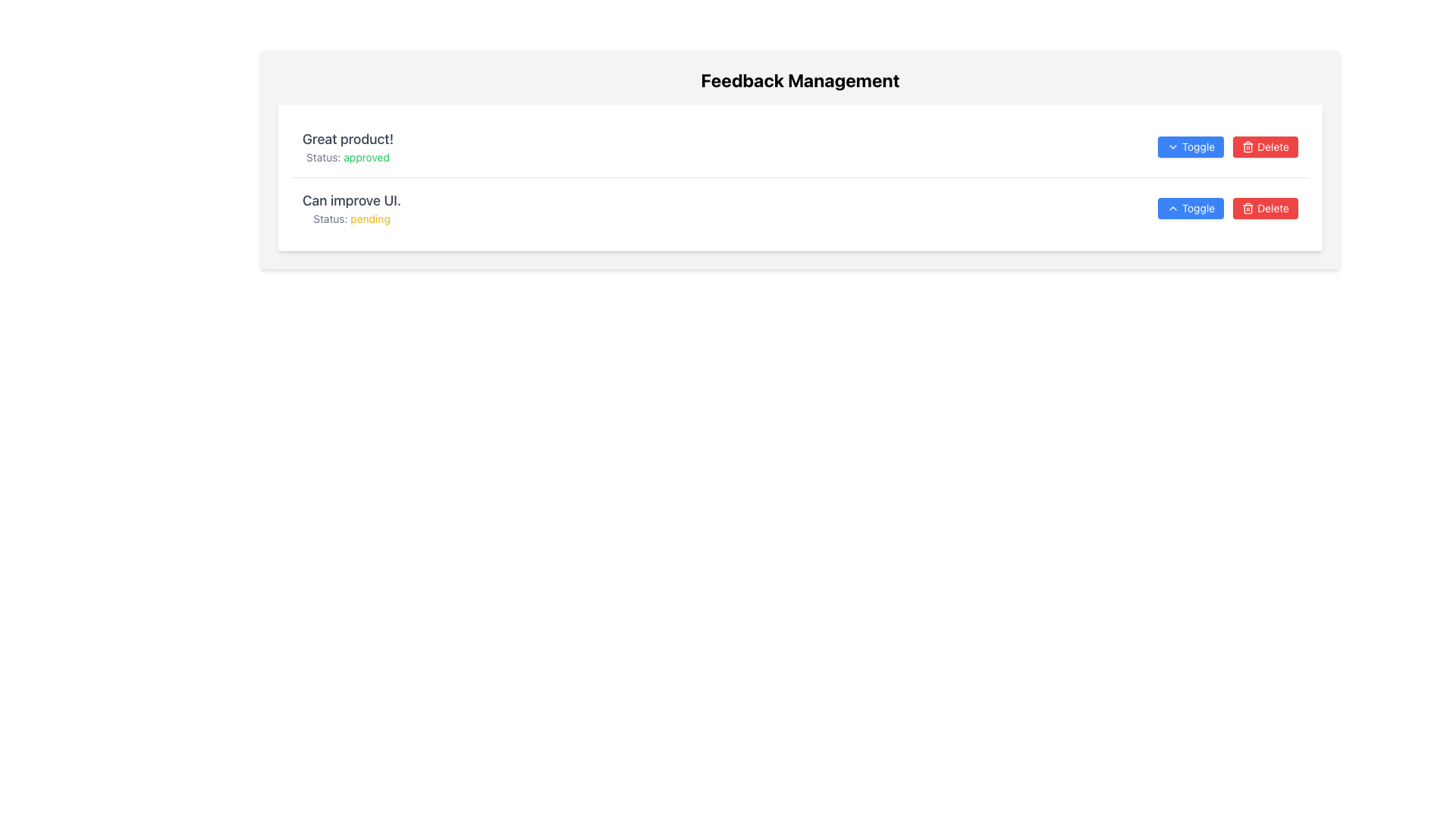 Image resolution: width=1456 pixels, height=819 pixels. What do you see at coordinates (1228, 208) in the screenshot?
I see `the 'Toggle' button located at the far right of the second row of feedback entries in the 'Feedback Management' section to change the state` at bounding box center [1228, 208].